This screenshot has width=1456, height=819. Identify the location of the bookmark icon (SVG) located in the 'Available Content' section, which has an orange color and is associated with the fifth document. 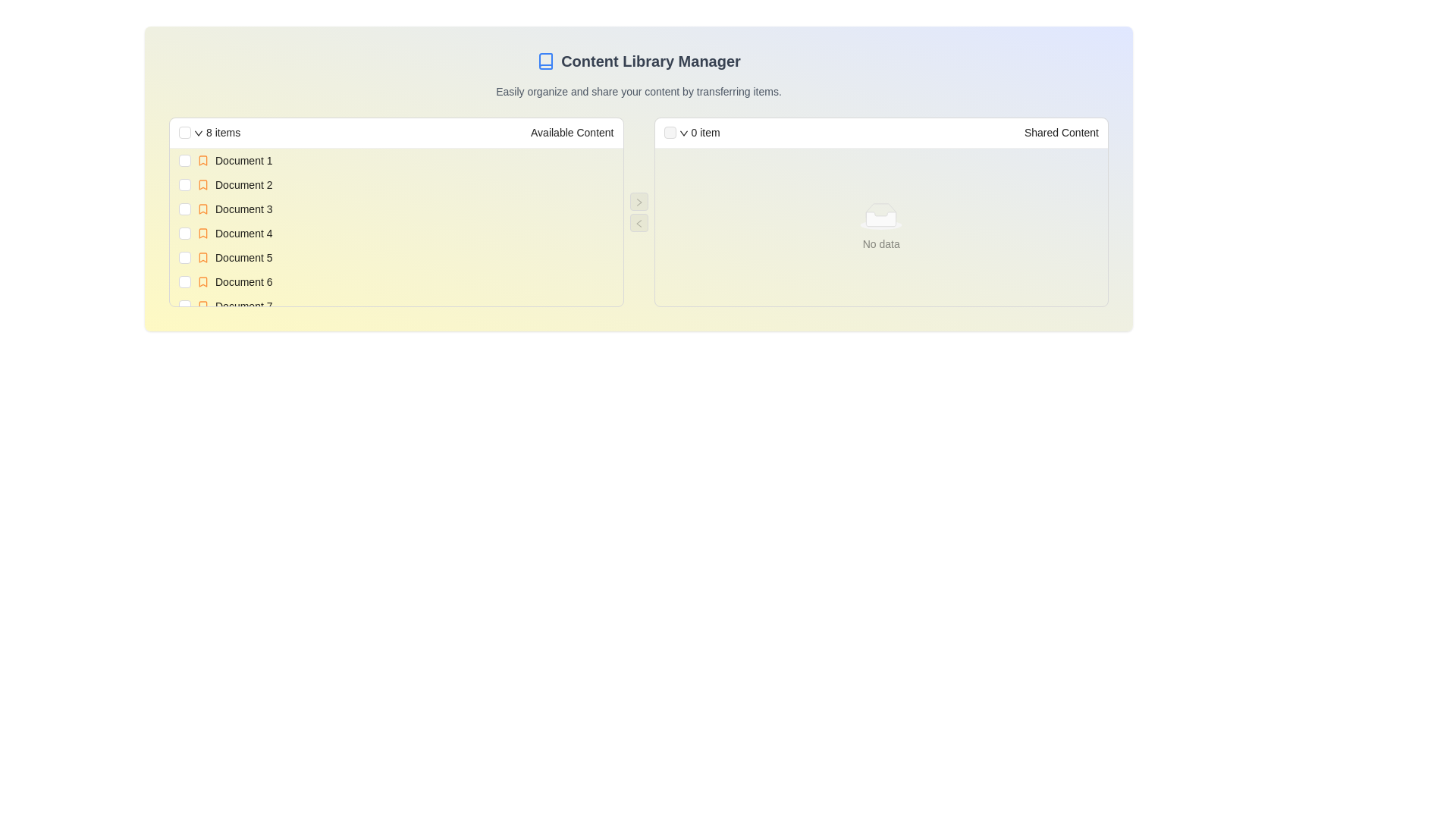
(202, 256).